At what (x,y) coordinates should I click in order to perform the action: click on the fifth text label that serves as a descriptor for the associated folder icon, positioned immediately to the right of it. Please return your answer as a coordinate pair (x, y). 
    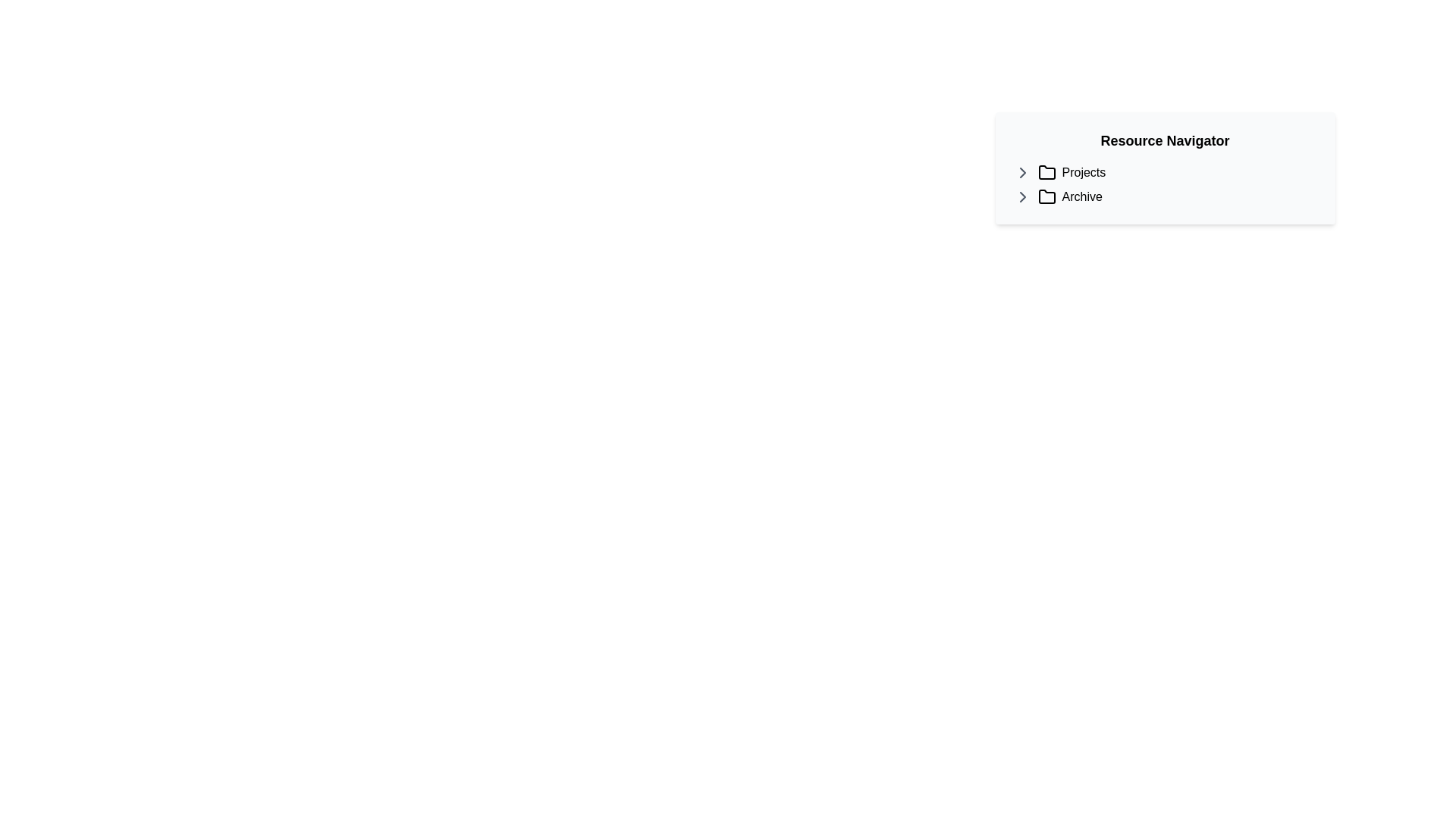
    Looking at the image, I should click on (1081, 196).